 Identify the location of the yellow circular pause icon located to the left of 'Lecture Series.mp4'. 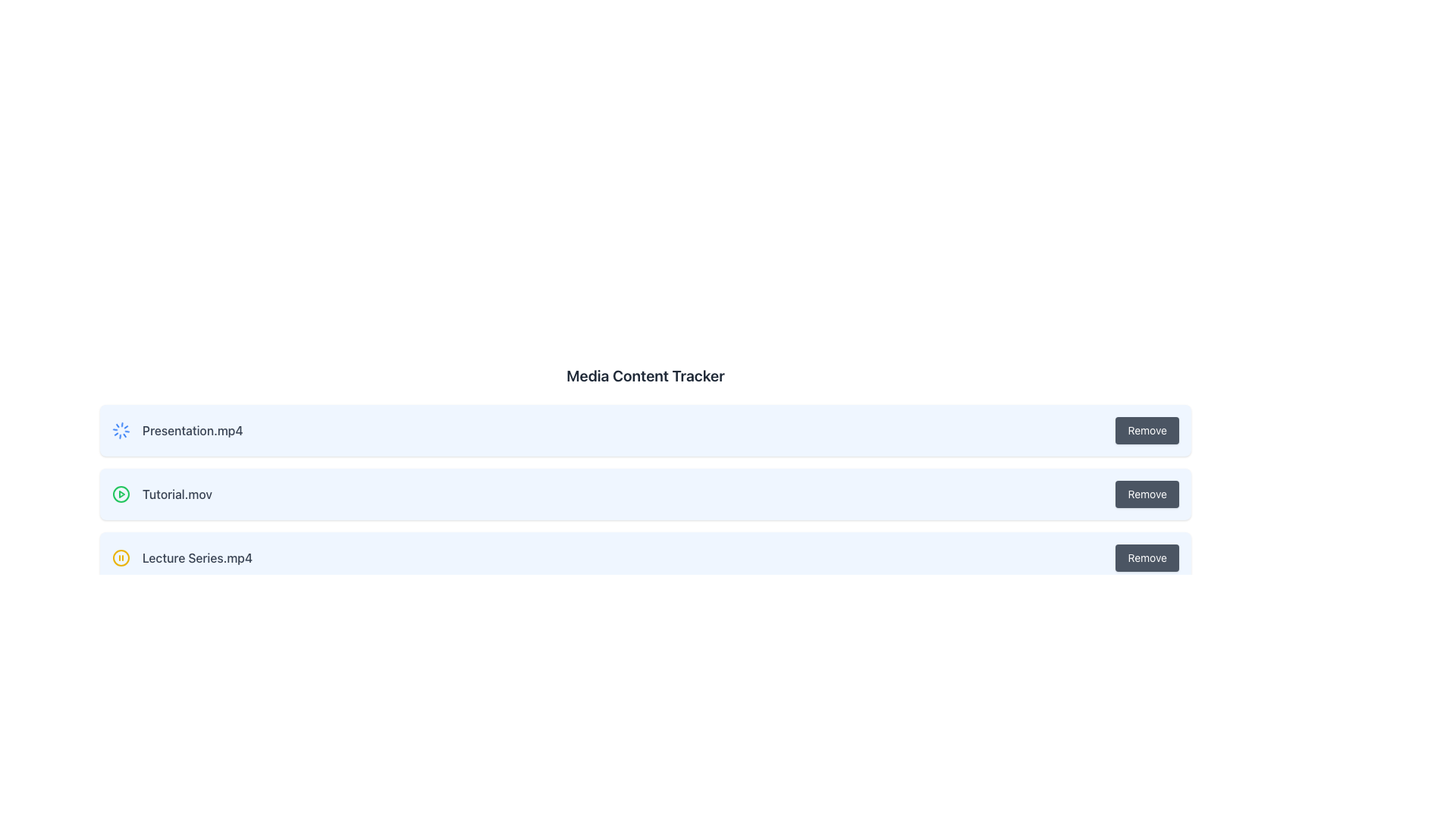
(120, 558).